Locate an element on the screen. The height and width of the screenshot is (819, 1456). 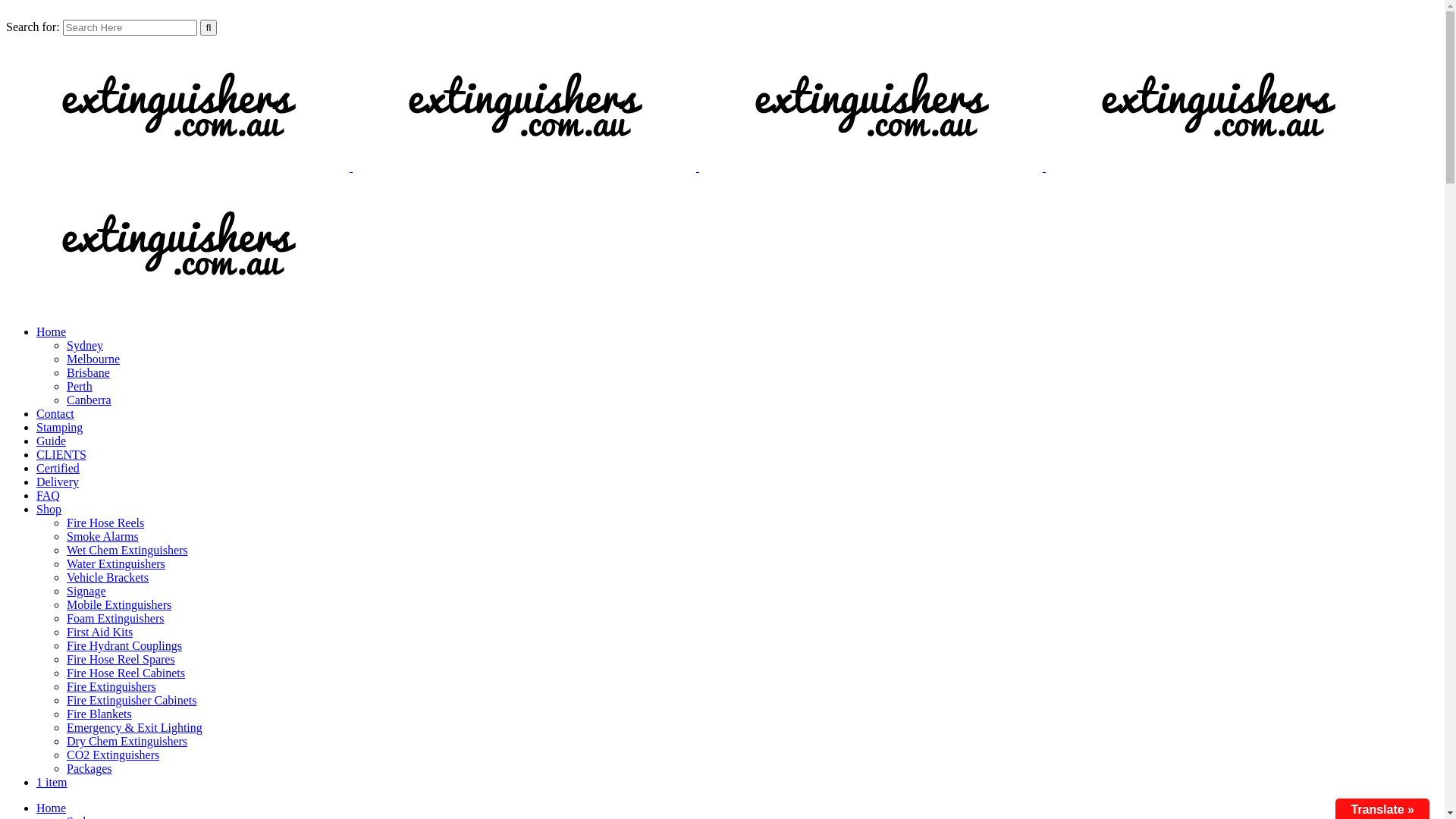
'Fire Blankets' is located at coordinates (98, 714).